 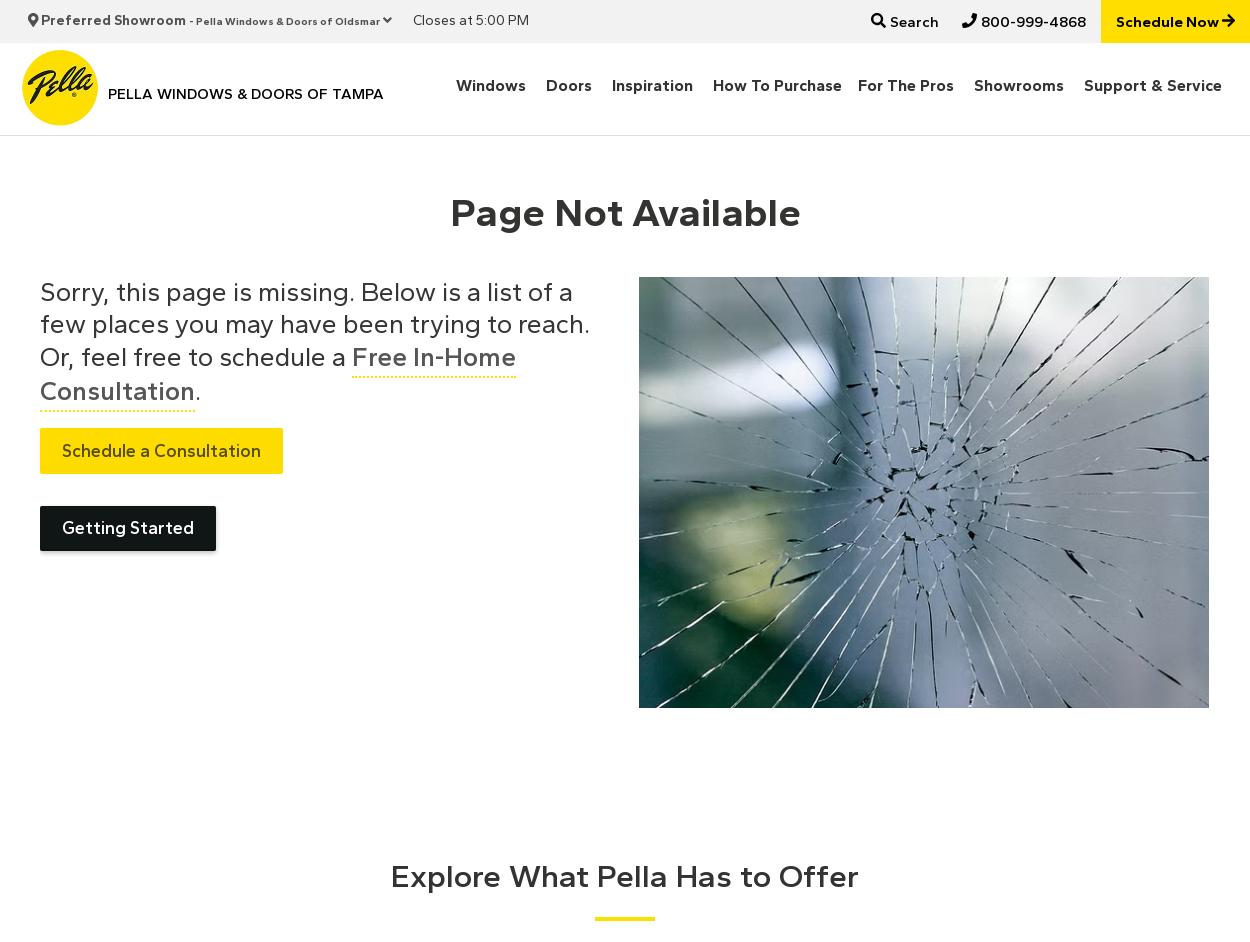 I want to click on '800-999-4868', so click(x=1030, y=21).